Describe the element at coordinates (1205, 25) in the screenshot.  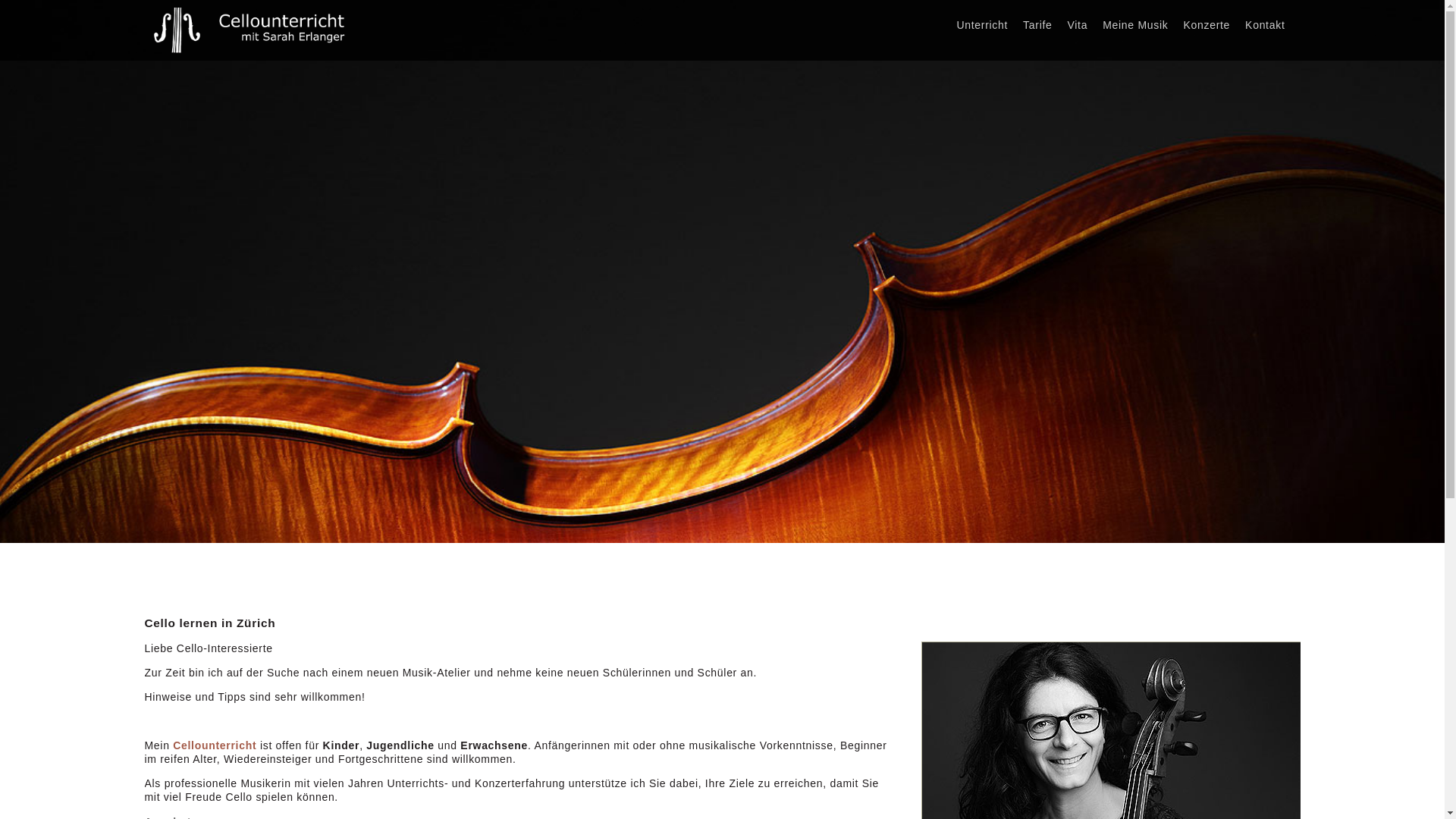
I see `'Konzerte'` at that location.